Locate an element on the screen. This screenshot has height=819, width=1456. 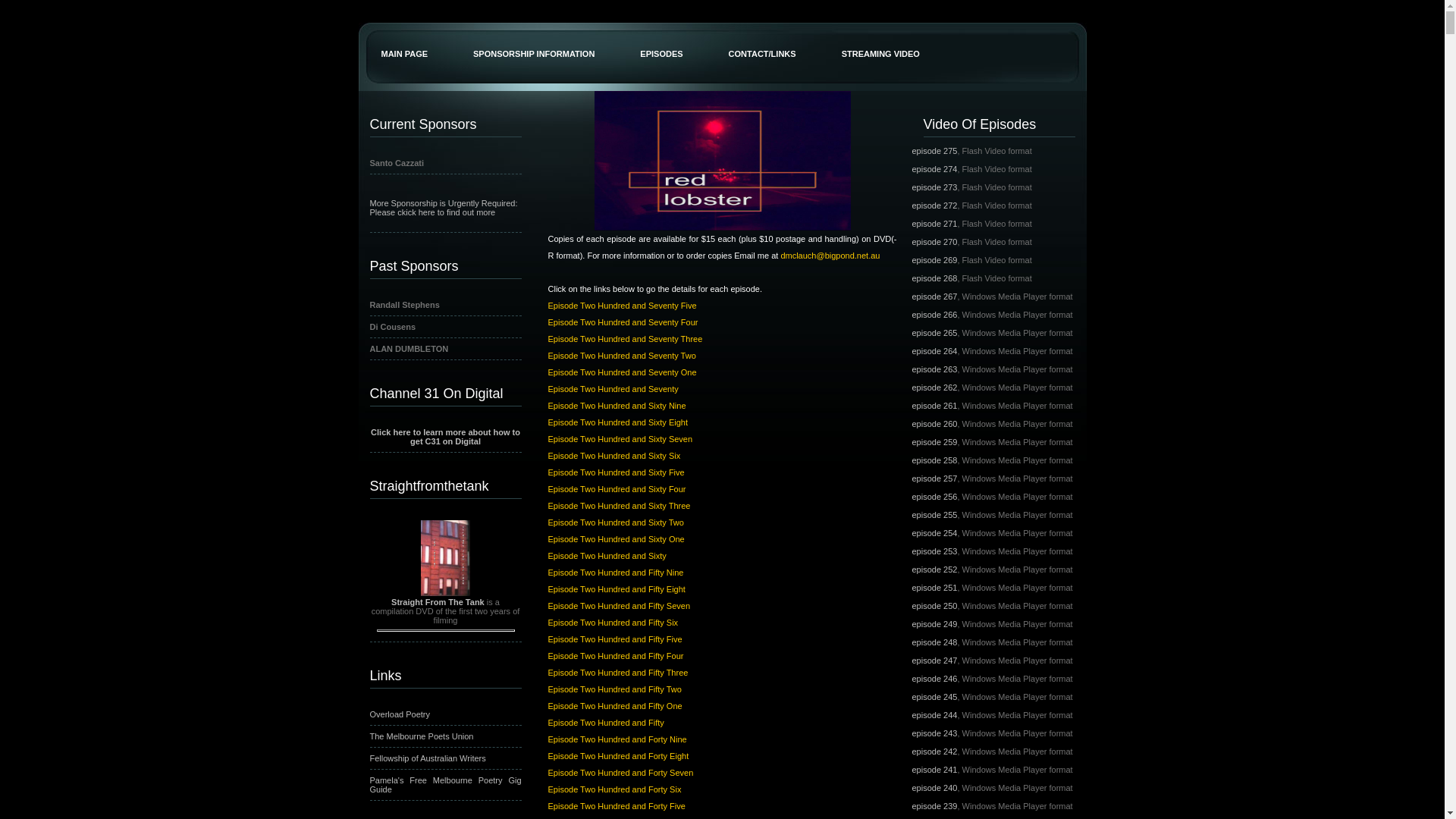
'Episode Two Hundred and Seventy Five' is located at coordinates (622, 305).